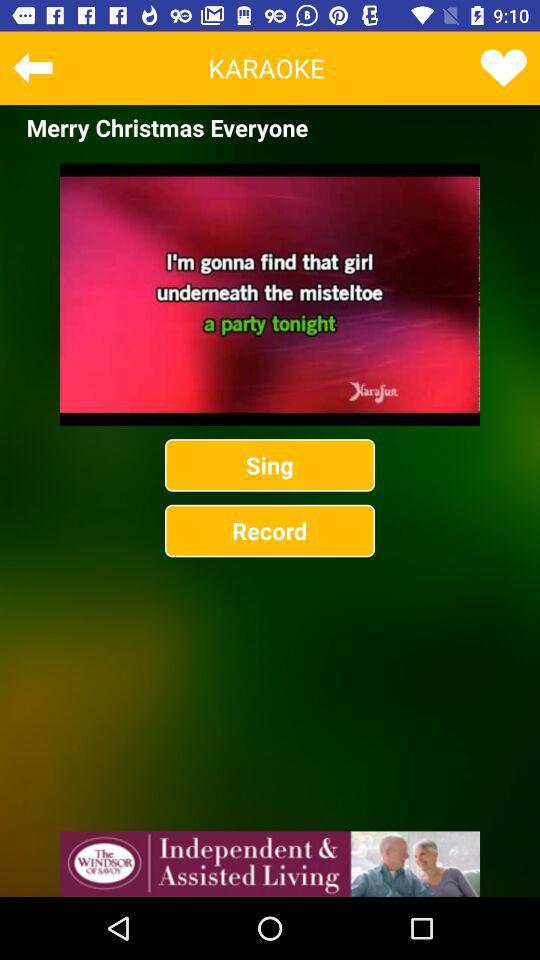  Describe the element at coordinates (270, 863) in the screenshot. I see `open advertisement` at that location.